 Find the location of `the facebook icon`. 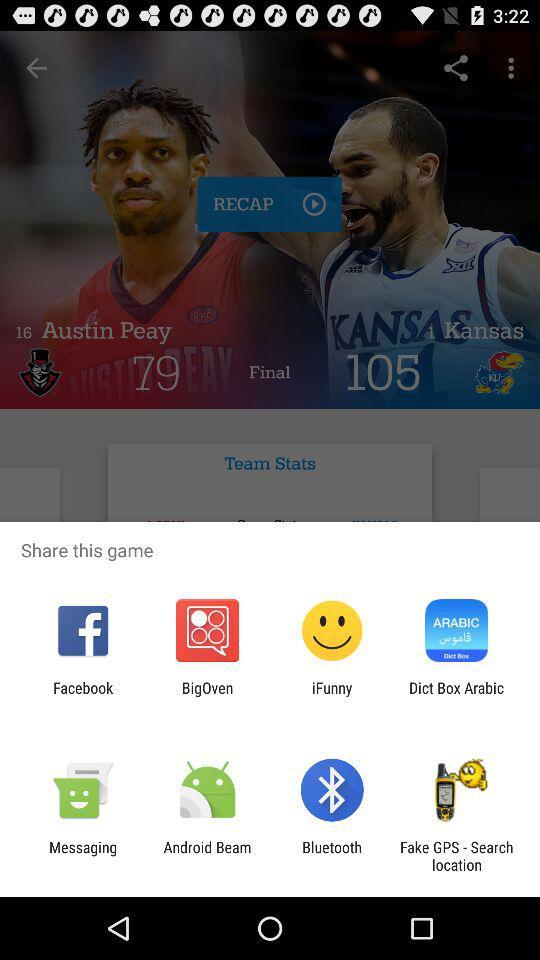

the facebook icon is located at coordinates (82, 696).